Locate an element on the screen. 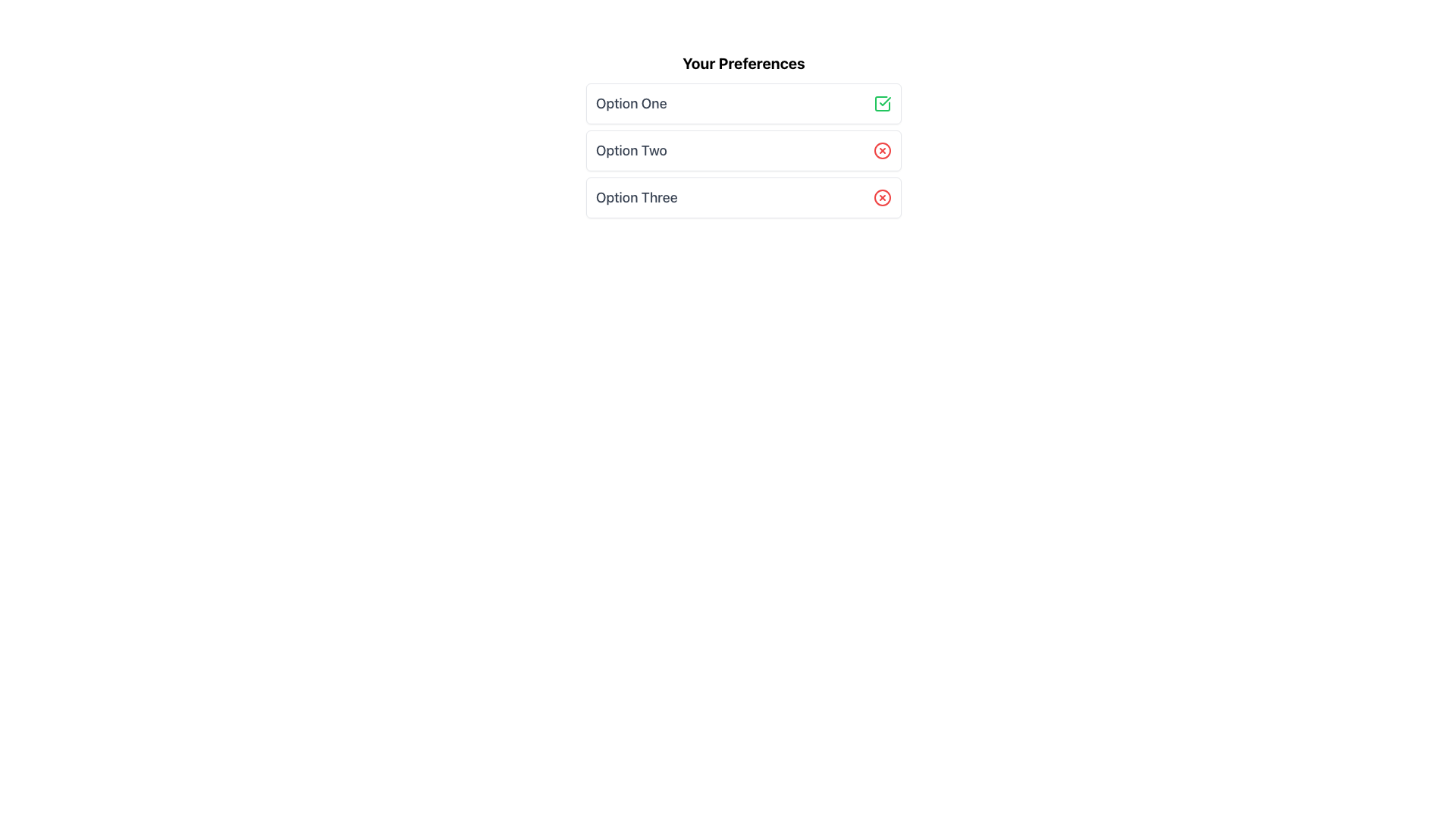 This screenshot has height=819, width=1456. the visual indicator icon that marks the selected state of the first option in the list, located to the right of 'Option One' under 'Your Preferences' is located at coordinates (882, 103).